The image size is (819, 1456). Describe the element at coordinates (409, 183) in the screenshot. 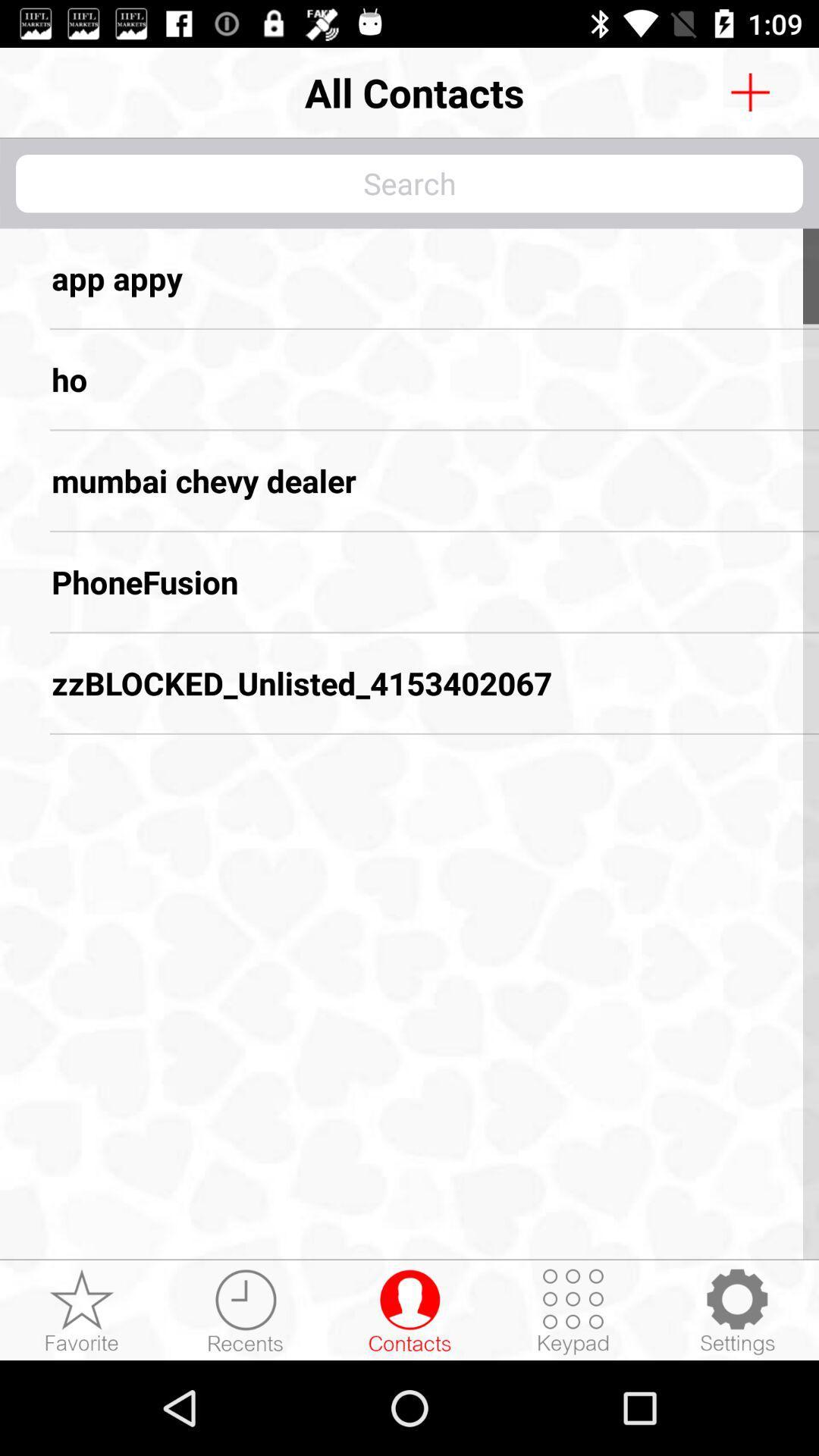

I see `words and search` at that location.